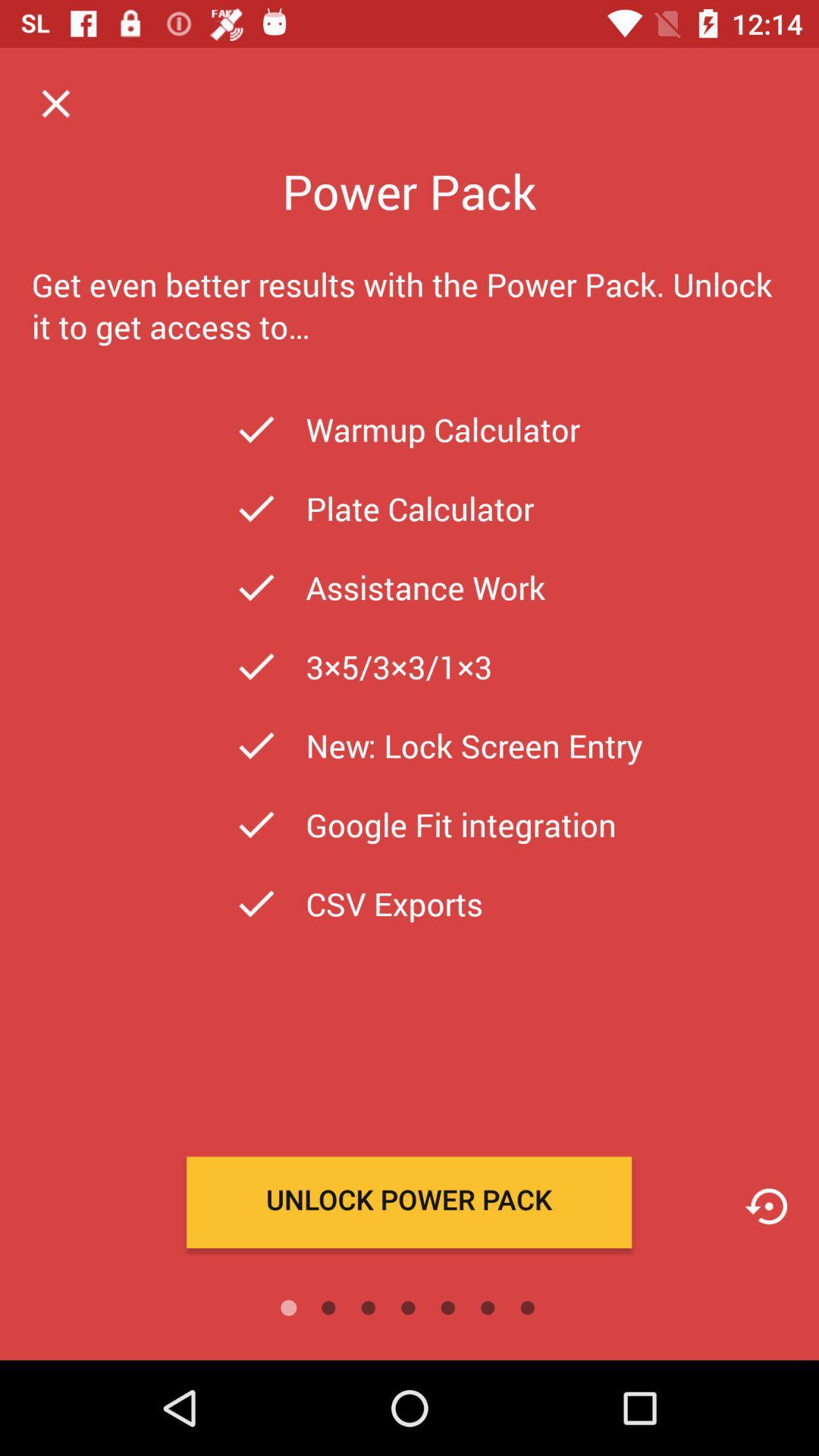  What do you see at coordinates (766, 1206) in the screenshot?
I see `stronglifts 5x5 weight lifting gym workout log` at bounding box center [766, 1206].